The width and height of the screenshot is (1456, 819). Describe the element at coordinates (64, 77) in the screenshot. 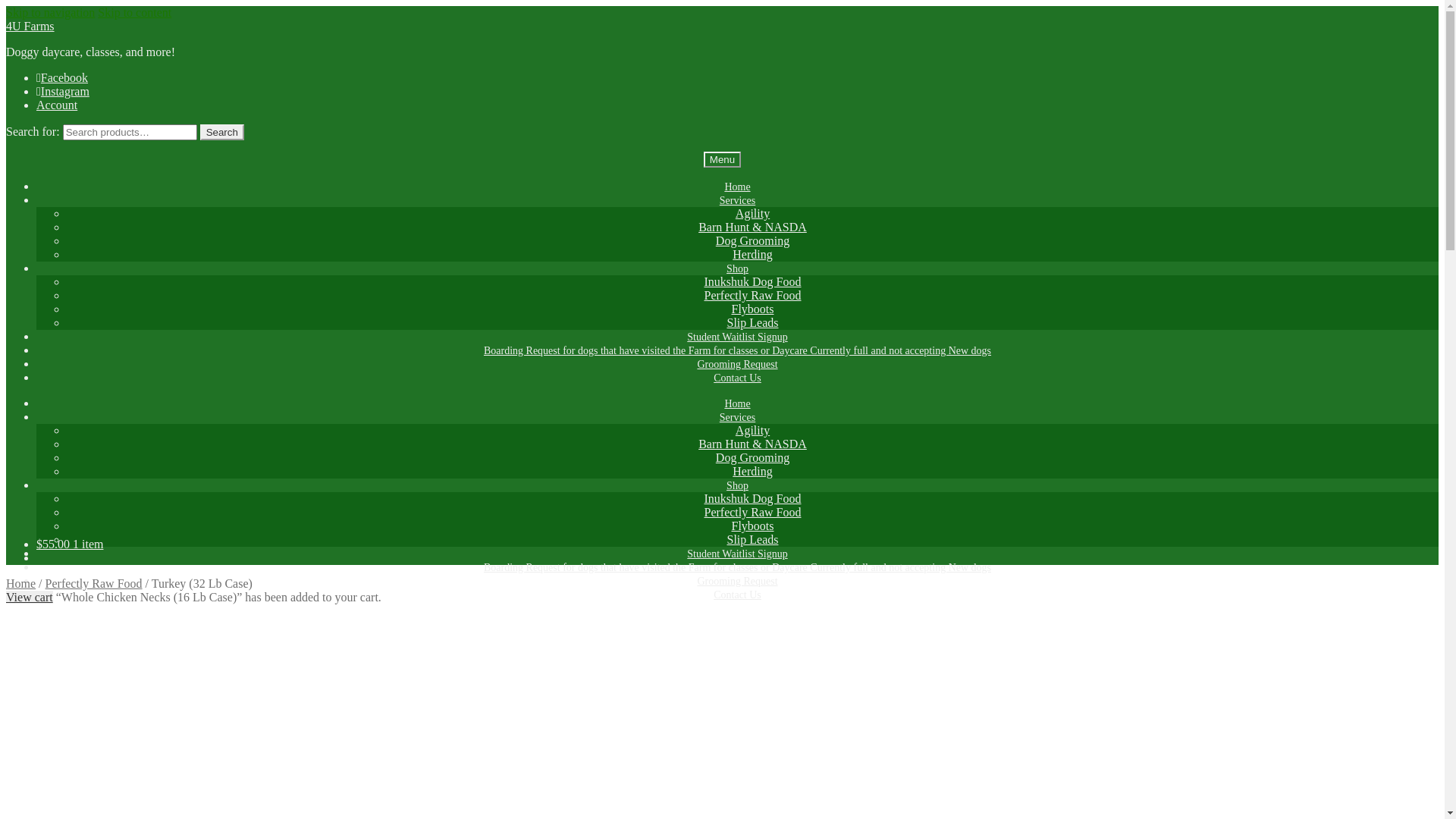

I see `'Facebook'` at that location.